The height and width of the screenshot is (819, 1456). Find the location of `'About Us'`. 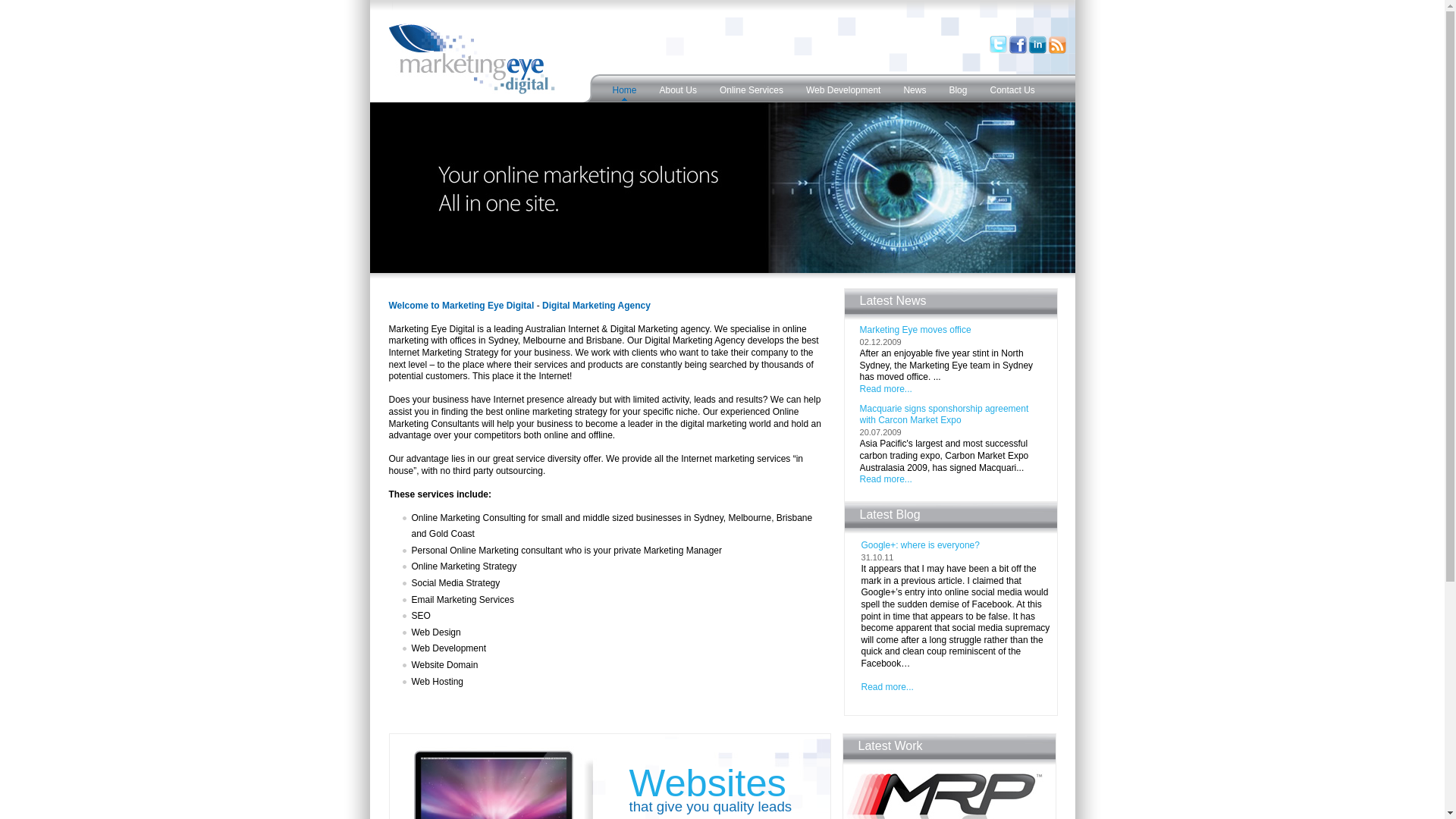

'About Us' is located at coordinates (677, 87).